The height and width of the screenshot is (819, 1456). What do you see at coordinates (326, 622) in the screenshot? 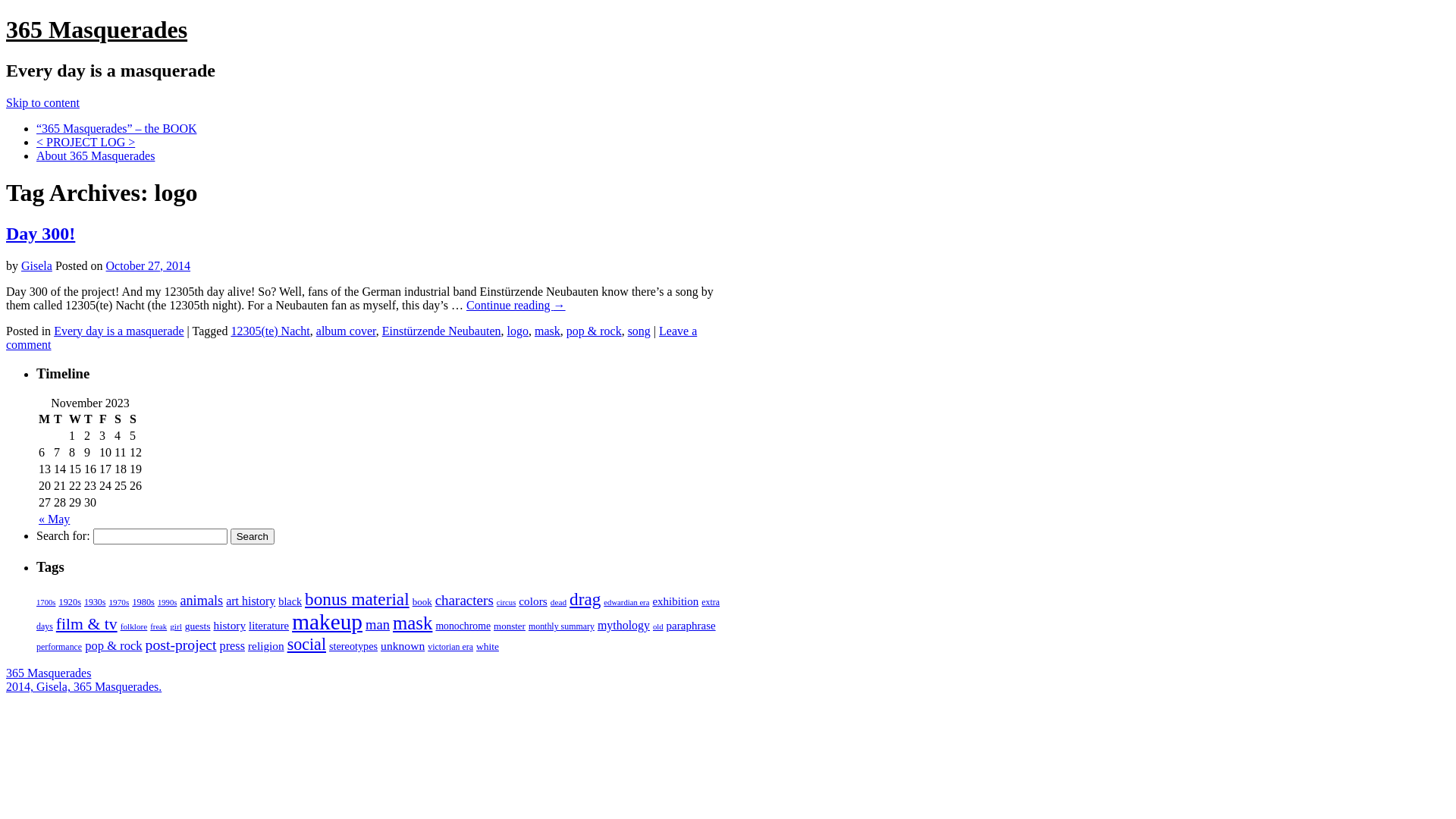
I see `'makeup'` at bounding box center [326, 622].